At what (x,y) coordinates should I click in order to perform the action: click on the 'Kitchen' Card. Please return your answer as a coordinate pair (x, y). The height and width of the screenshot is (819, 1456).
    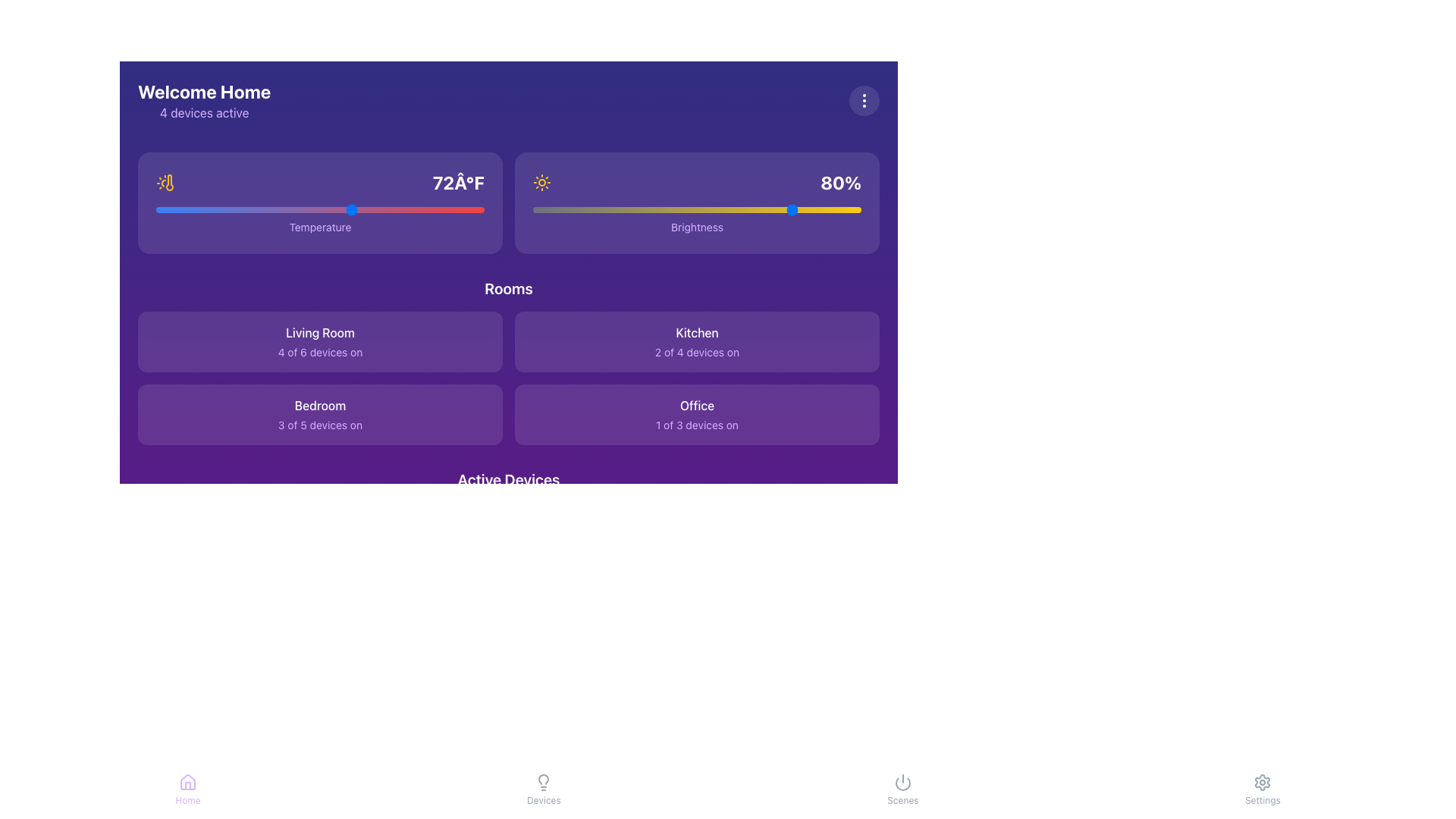
    Looking at the image, I should click on (696, 342).